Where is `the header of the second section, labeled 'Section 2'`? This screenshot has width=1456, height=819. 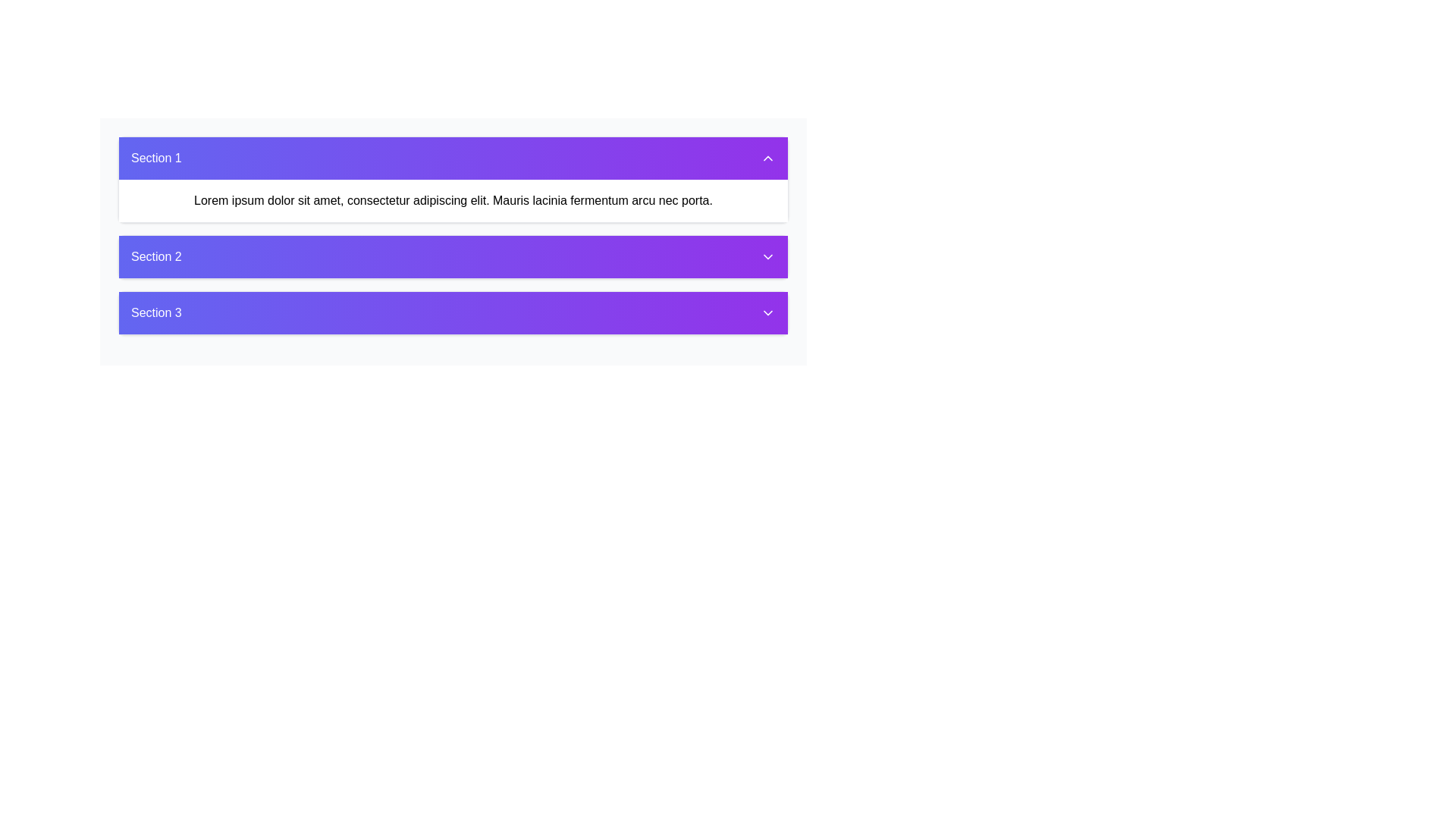 the header of the second section, labeled 'Section 2' is located at coordinates (453, 241).